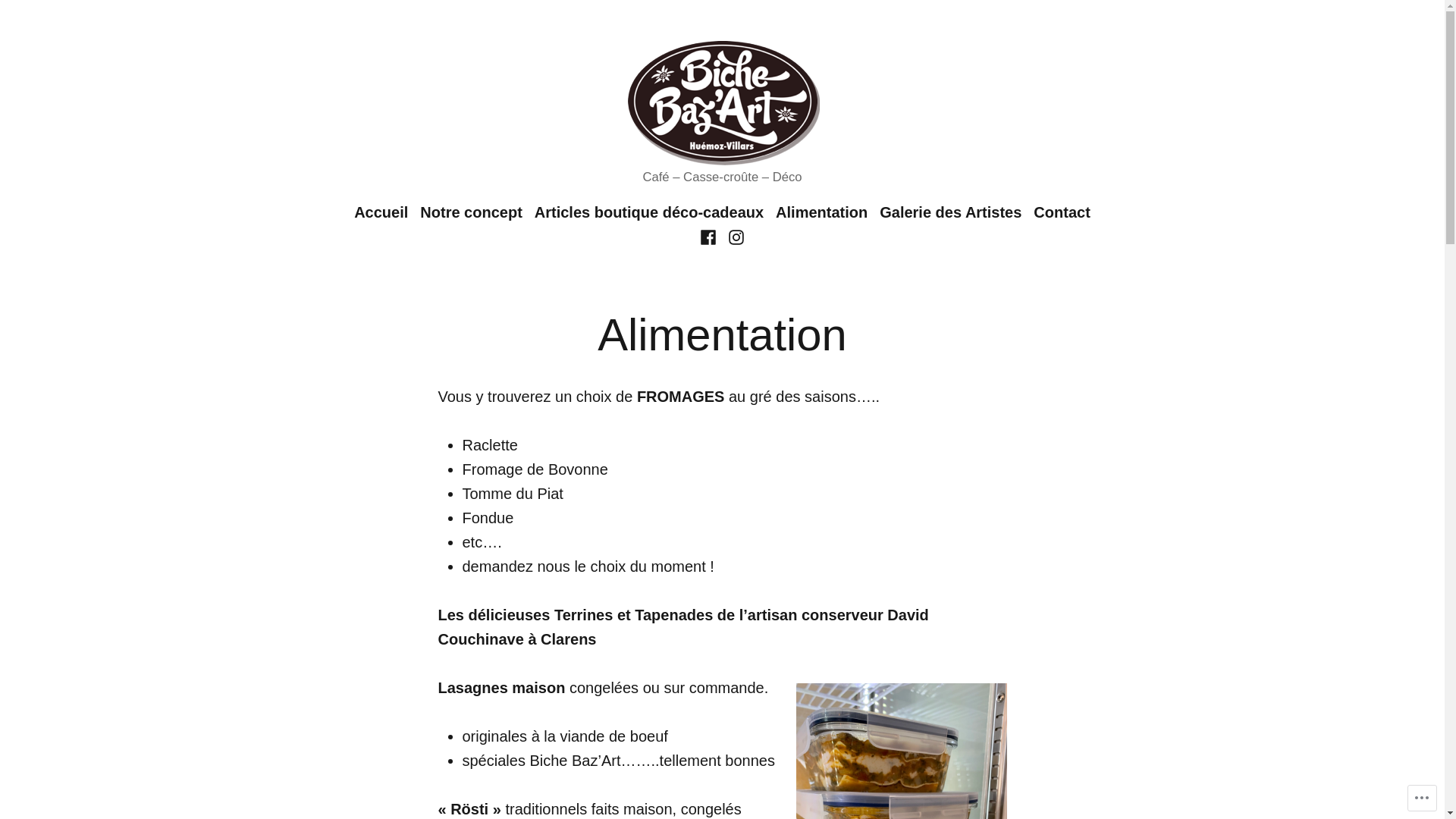 Image resolution: width=1456 pixels, height=819 pixels. I want to click on 'Accueil', so click(384, 212).